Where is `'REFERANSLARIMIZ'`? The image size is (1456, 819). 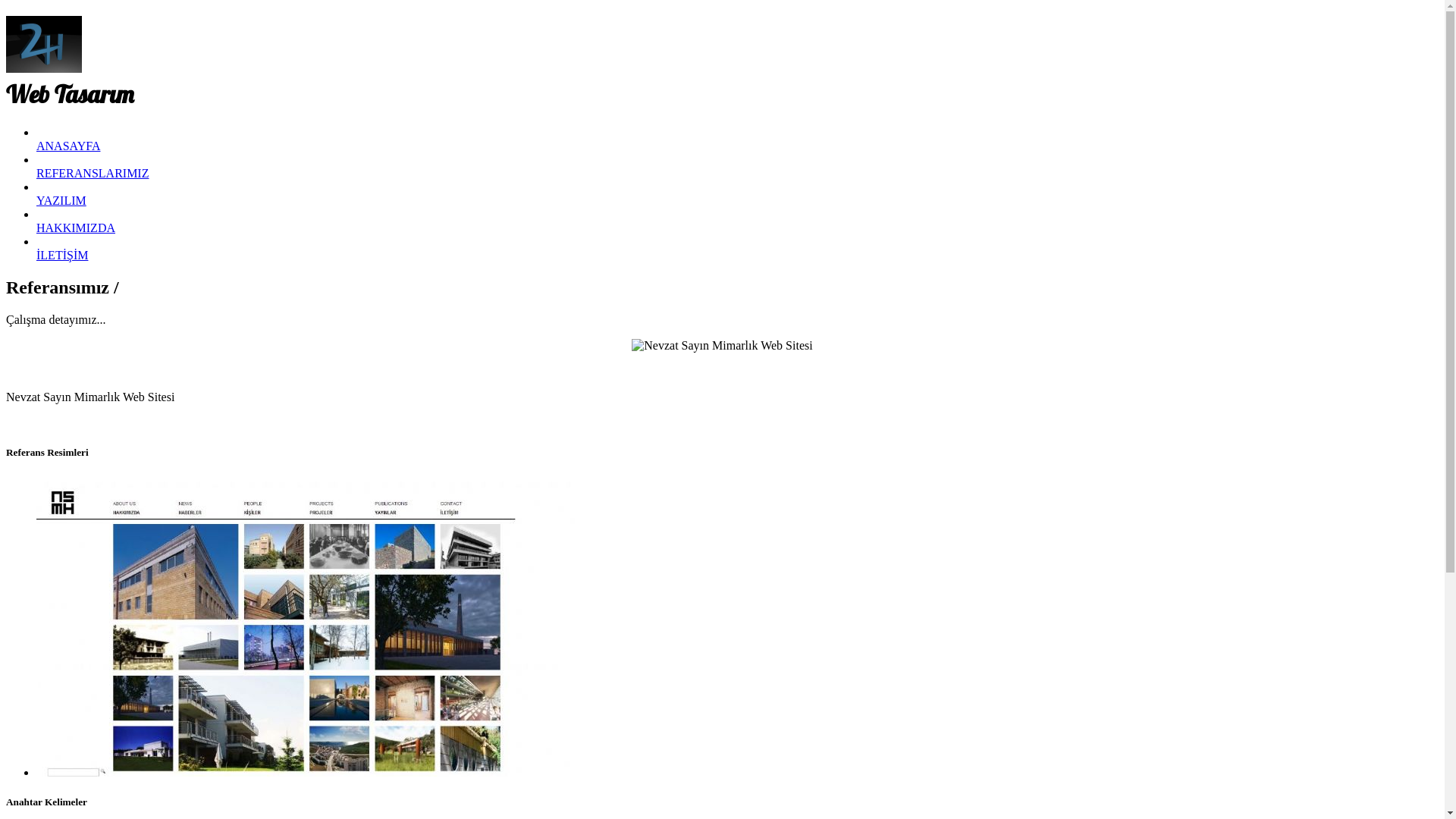 'REFERANSLARIMIZ' is located at coordinates (91, 179).